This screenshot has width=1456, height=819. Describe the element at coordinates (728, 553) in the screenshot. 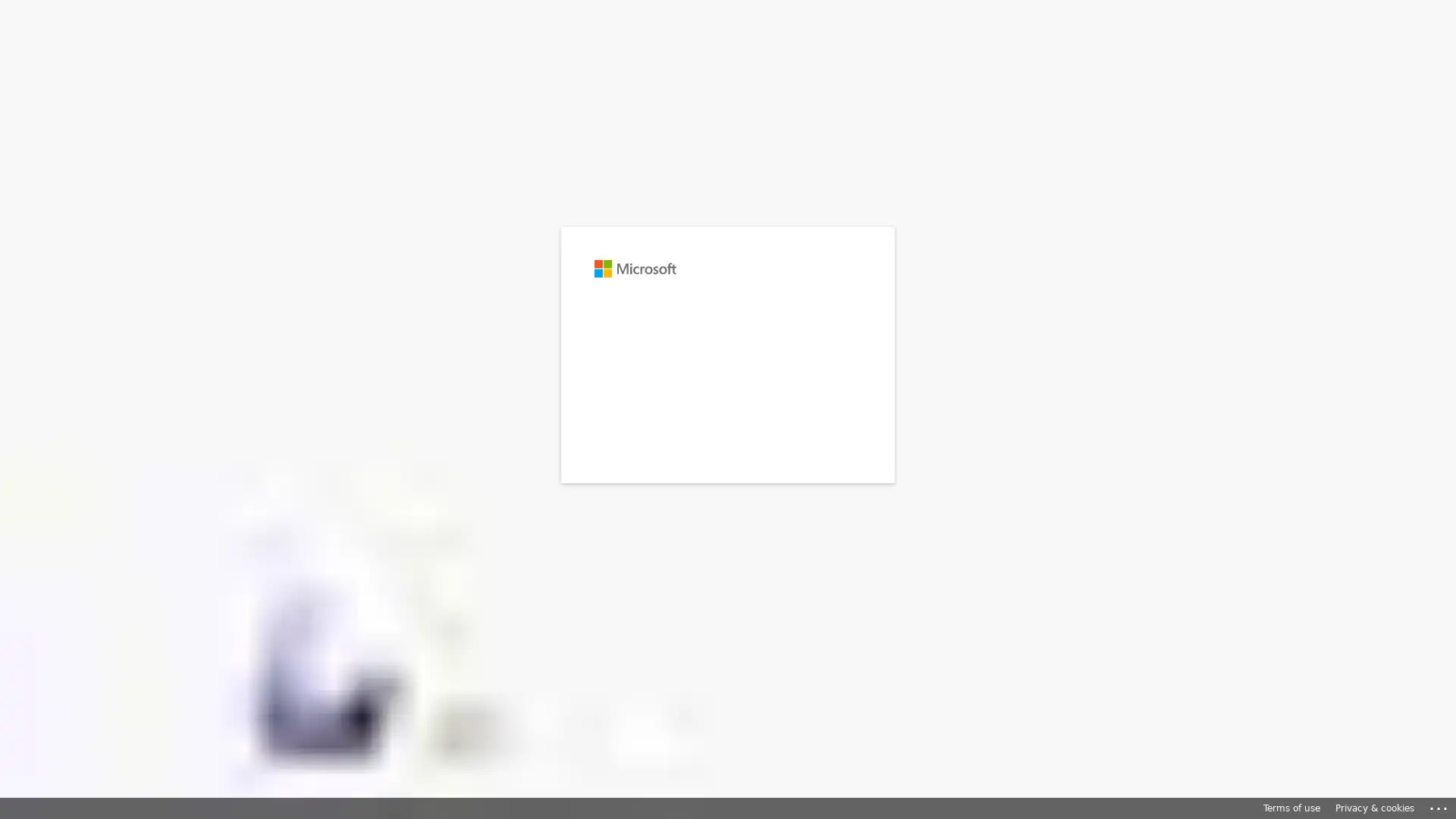

I see `Sign-in options` at that location.